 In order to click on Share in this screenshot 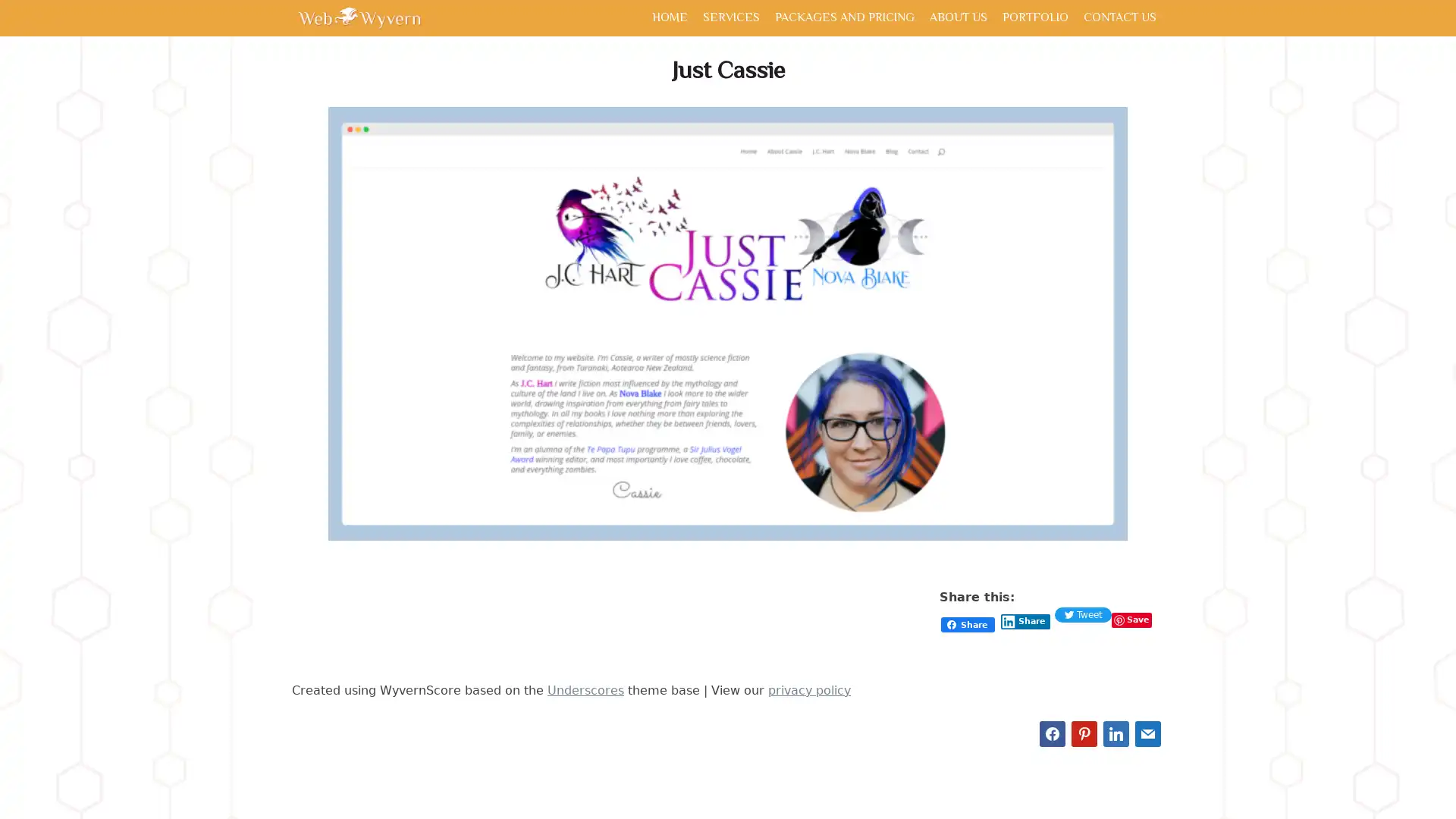, I will do `click(1025, 622)`.